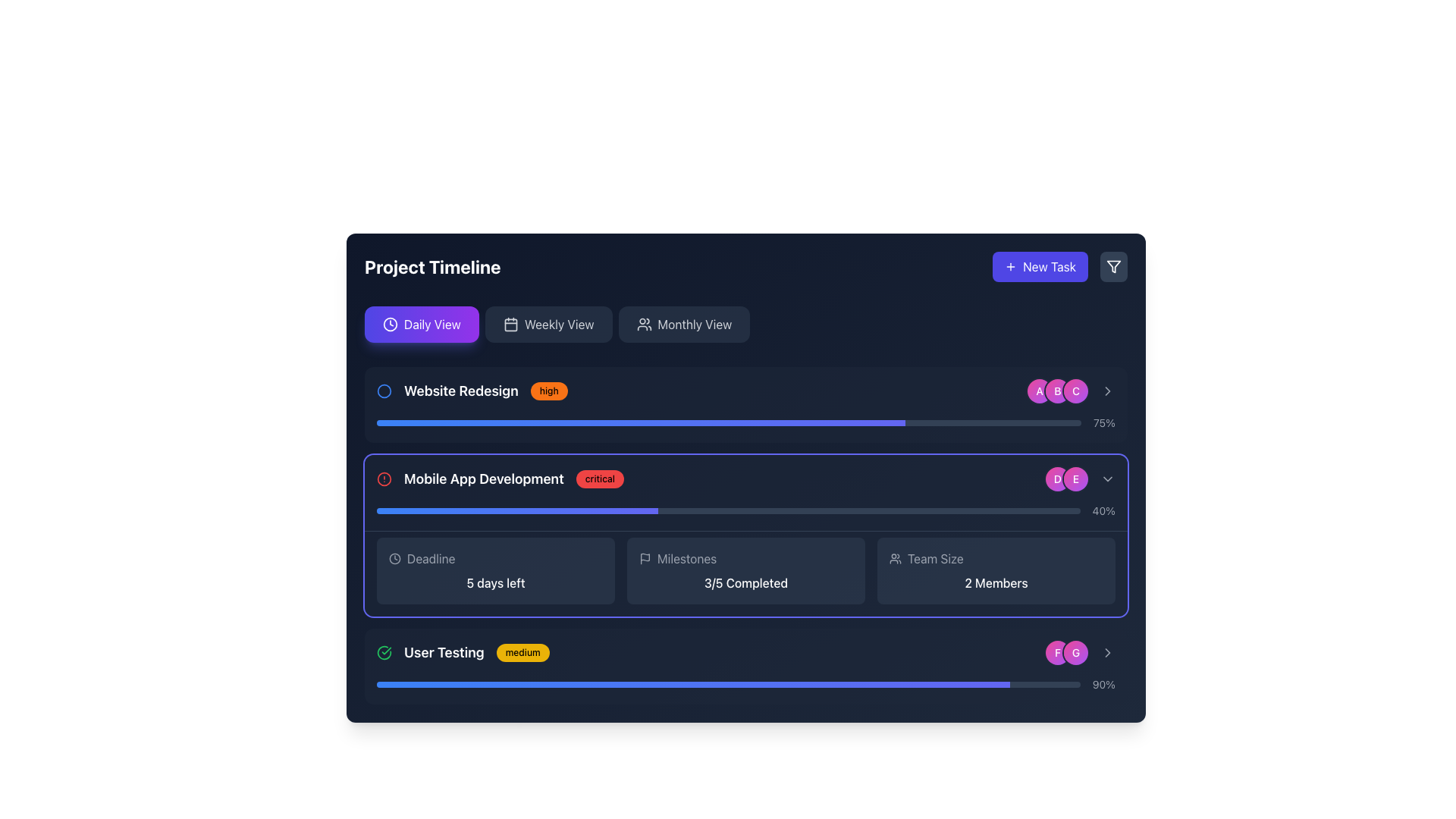 This screenshot has height=819, width=1456. I want to click on progress, so click(682, 423).